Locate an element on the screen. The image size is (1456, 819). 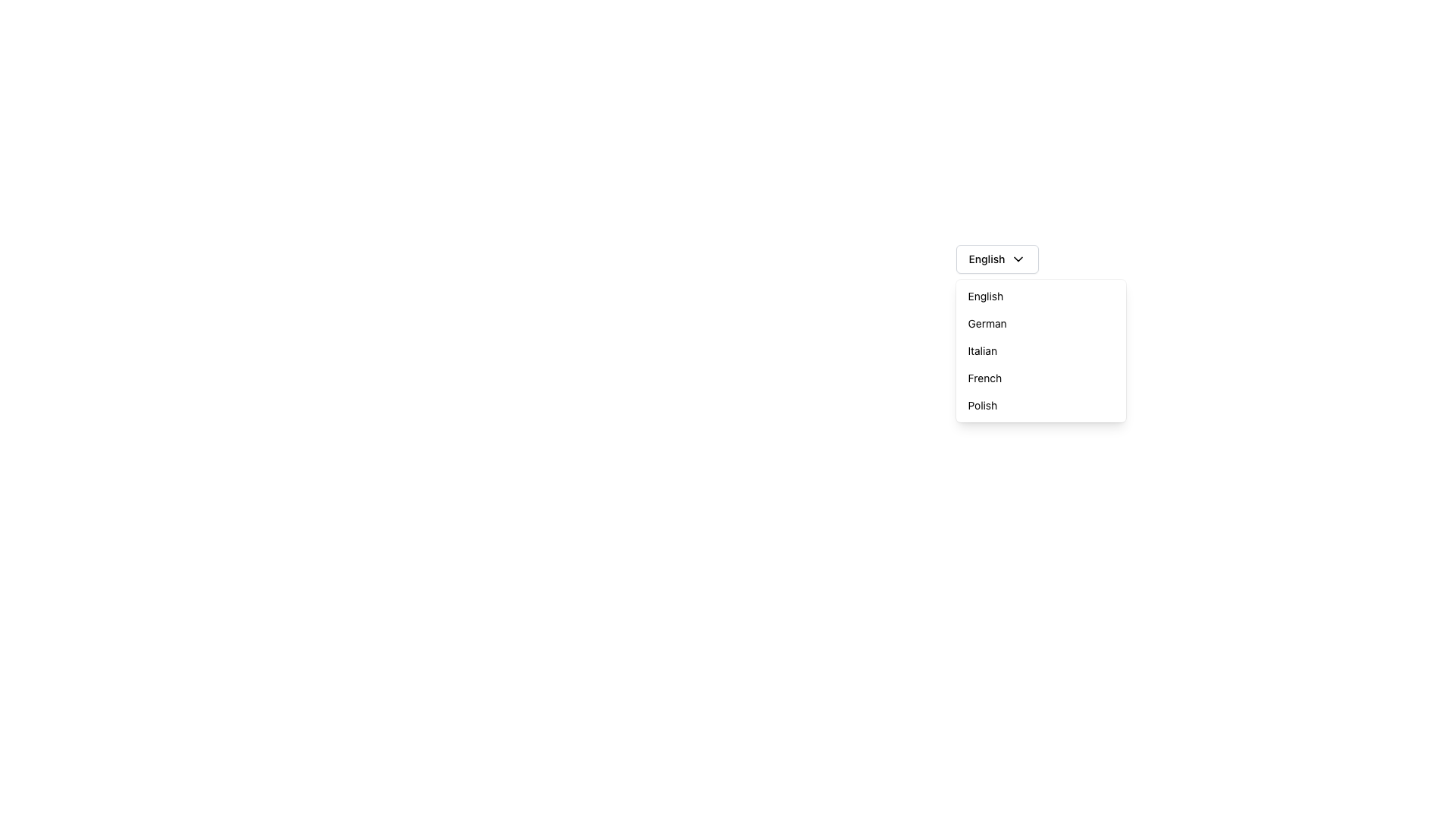
the 'Polish' dropdown menu item, which is the last option in a vertically arranged dropdown menu is located at coordinates (1040, 405).